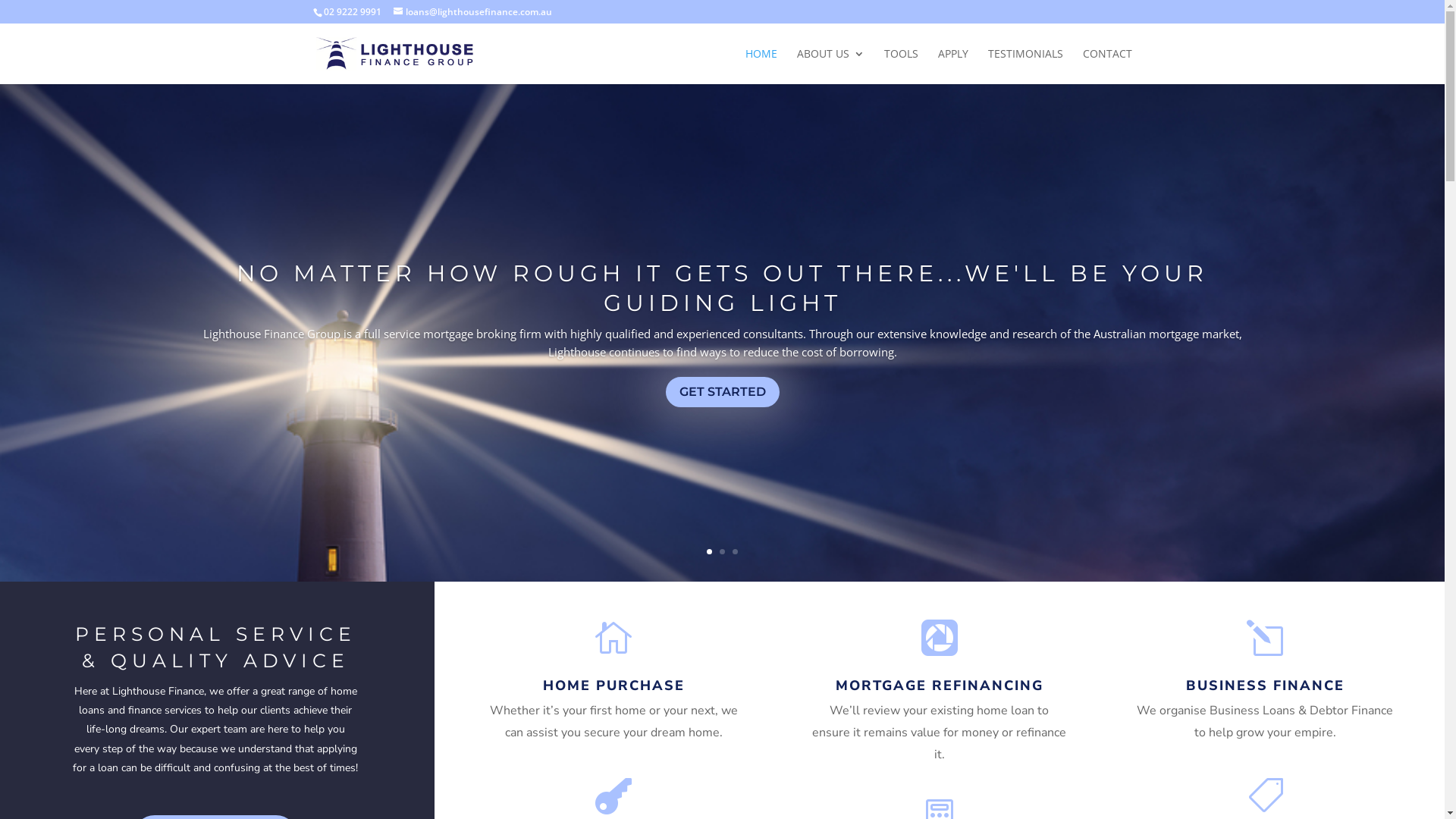  Describe the element at coordinates (1025, 65) in the screenshot. I see `'TESTIMONIALS'` at that location.